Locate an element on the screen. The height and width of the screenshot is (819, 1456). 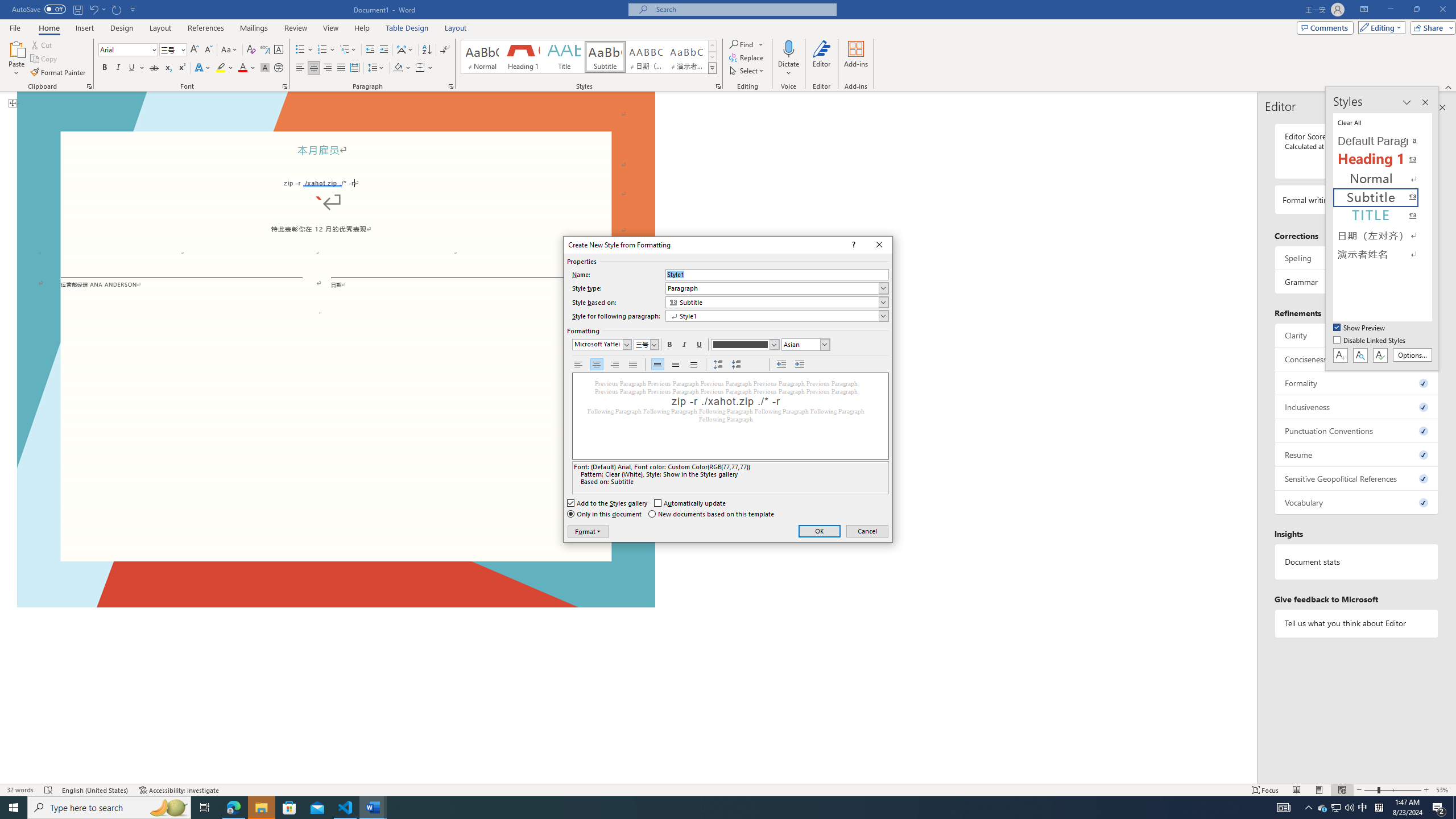
'Editing' is located at coordinates (1379, 27).